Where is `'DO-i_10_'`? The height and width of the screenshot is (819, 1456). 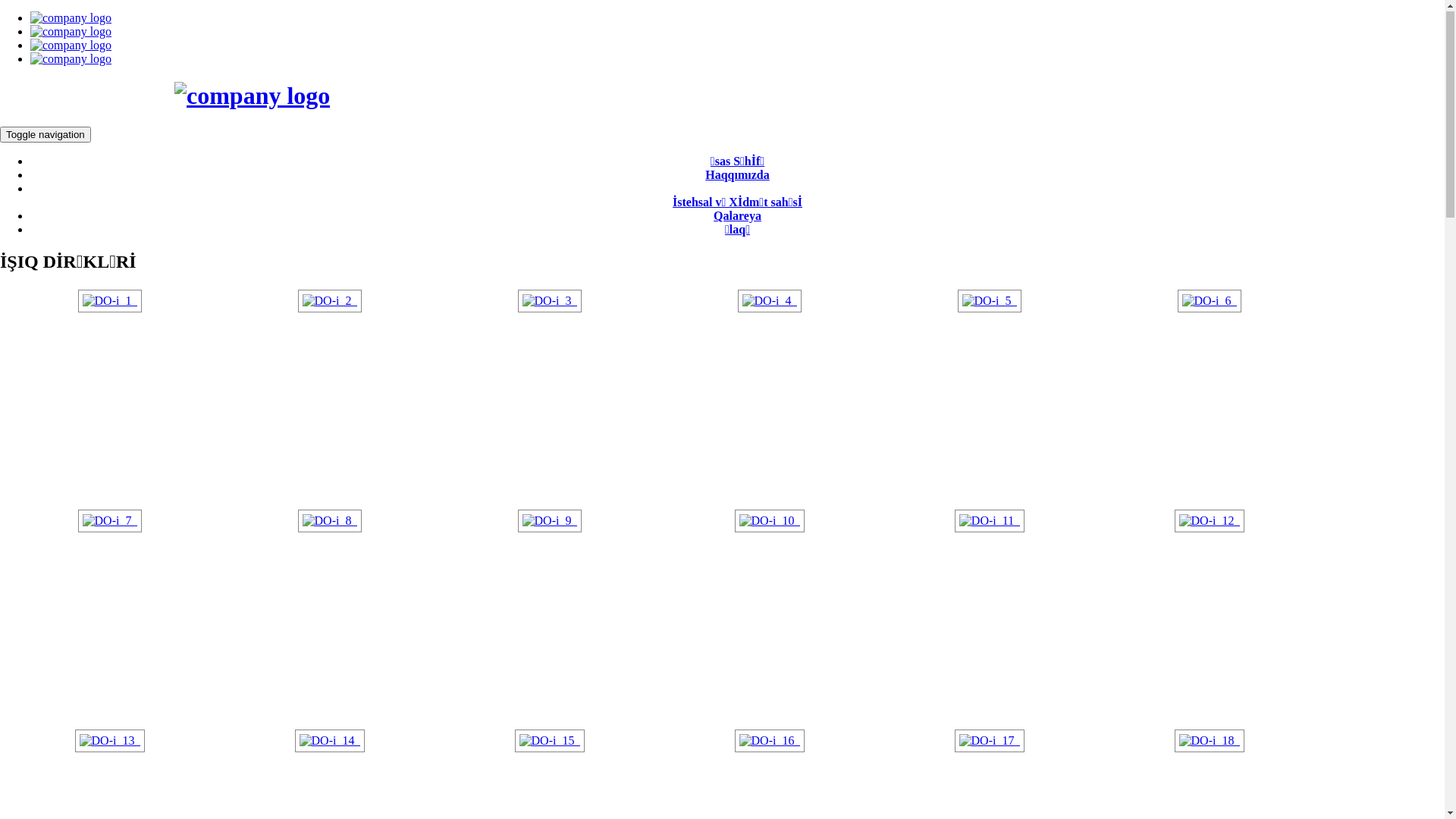
'DO-i_10_' is located at coordinates (770, 520).